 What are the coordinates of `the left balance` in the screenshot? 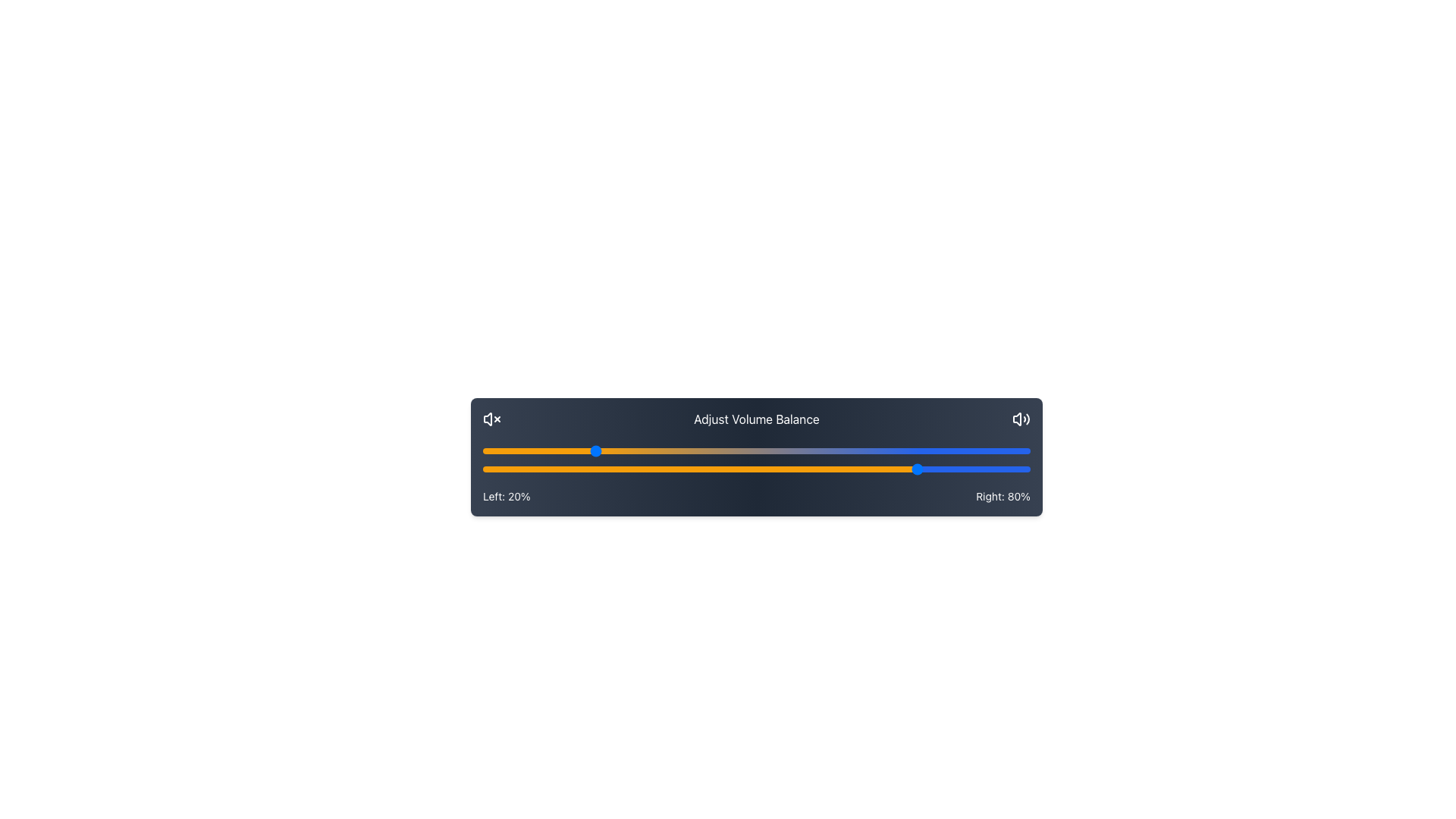 It's located at (849, 450).